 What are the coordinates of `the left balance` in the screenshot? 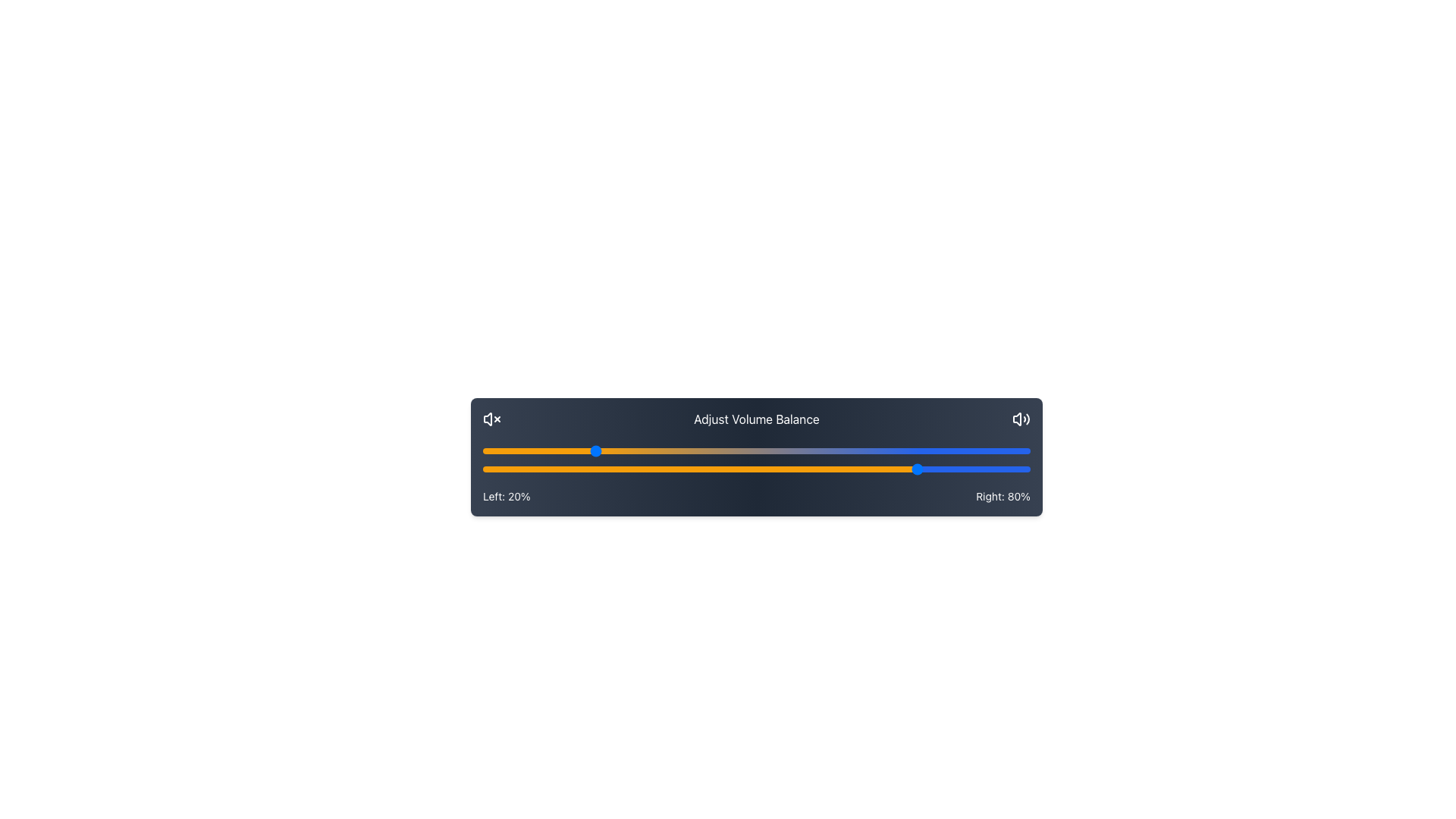 It's located at (849, 450).